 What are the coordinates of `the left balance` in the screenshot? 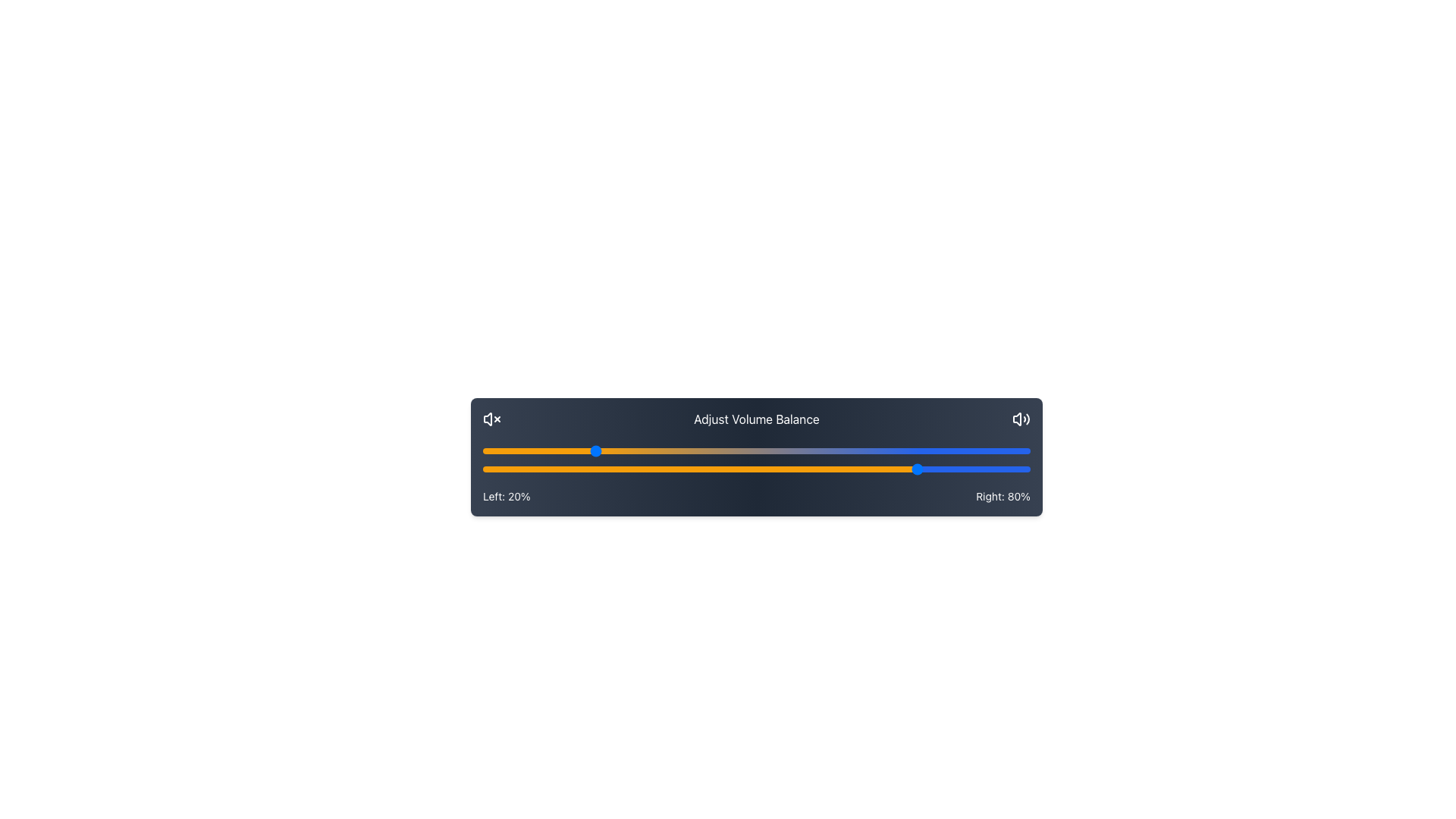 It's located at (849, 450).